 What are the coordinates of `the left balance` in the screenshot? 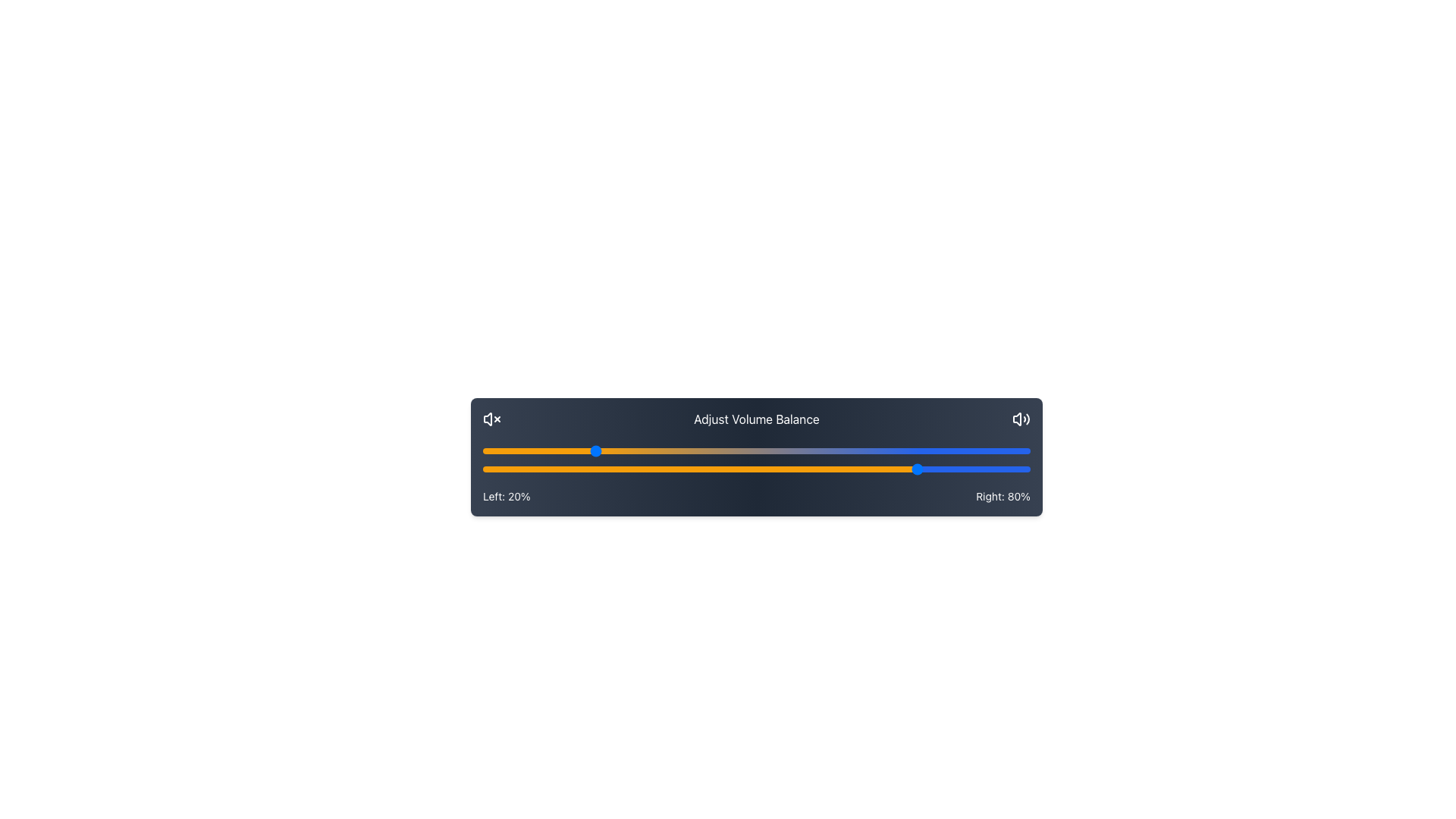 It's located at (849, 450).